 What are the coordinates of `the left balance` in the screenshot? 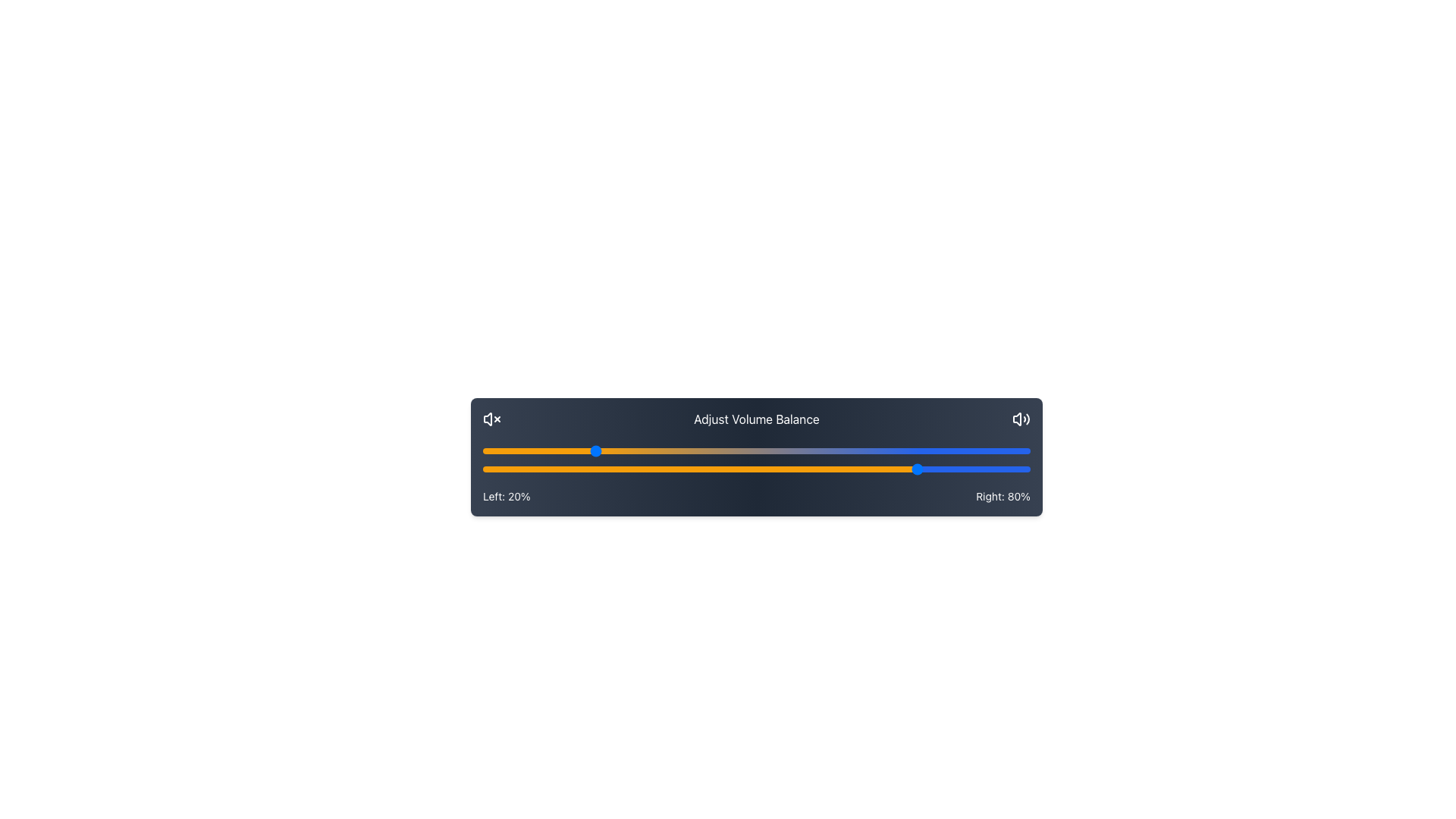 It's located at (849, 450).